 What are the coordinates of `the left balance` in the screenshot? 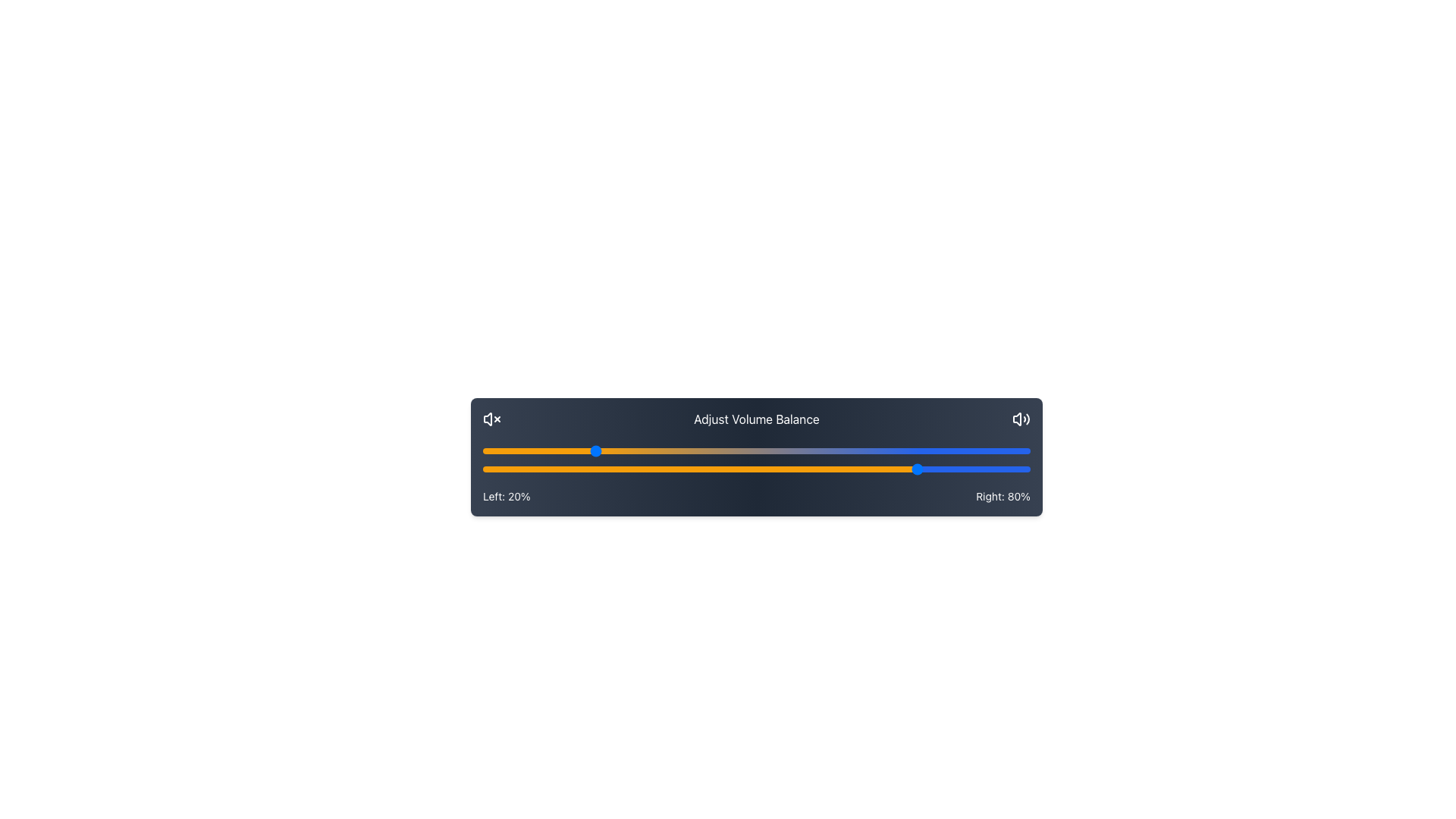 It's located at (849, 450).